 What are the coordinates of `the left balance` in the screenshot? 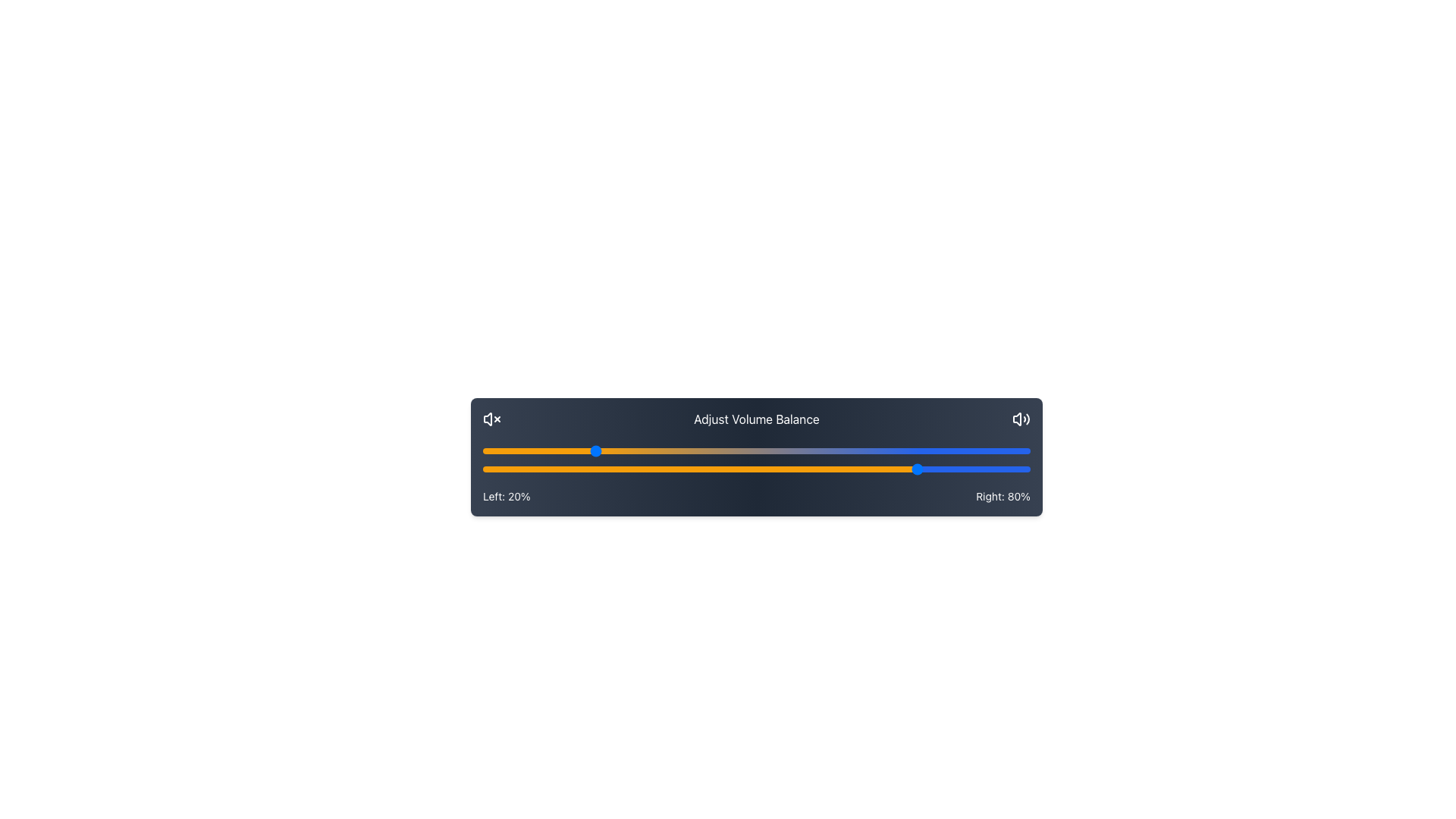 It's located at (849, 450).